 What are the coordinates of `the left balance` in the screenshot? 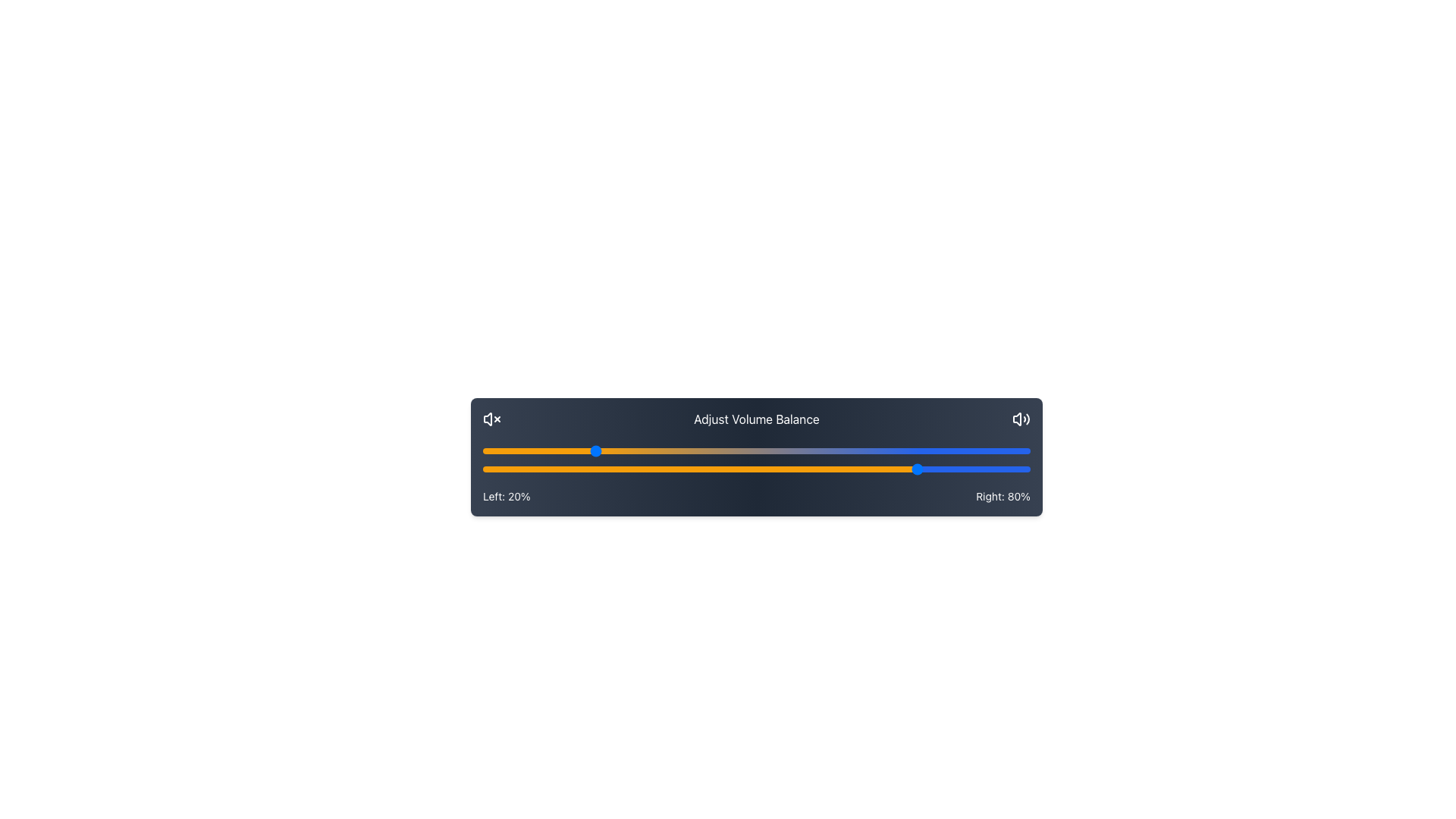 It's located at (849, 450).